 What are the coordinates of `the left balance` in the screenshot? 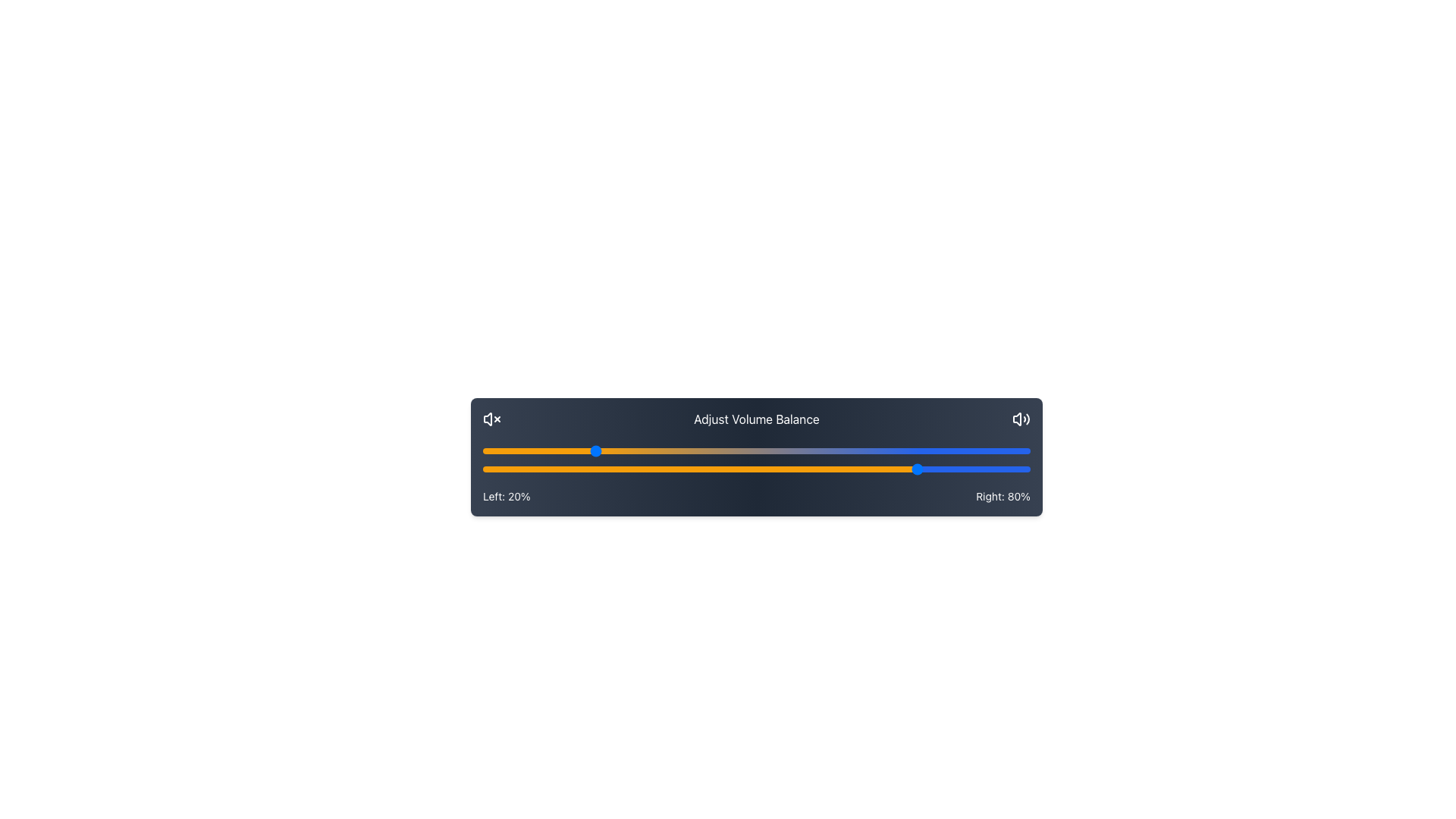 It's located at (849, 450).